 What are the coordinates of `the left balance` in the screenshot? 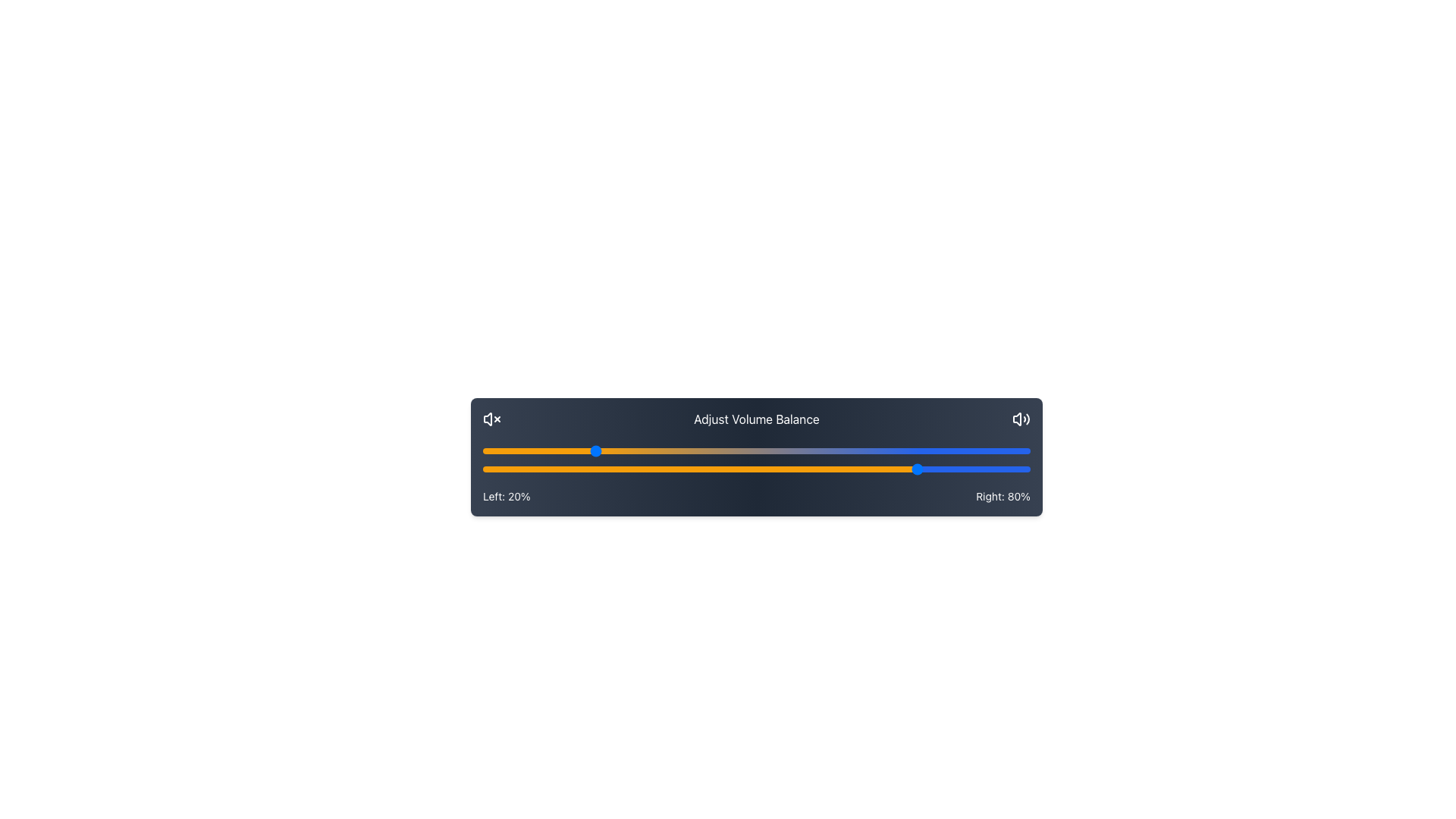 It's located at (849, 450).